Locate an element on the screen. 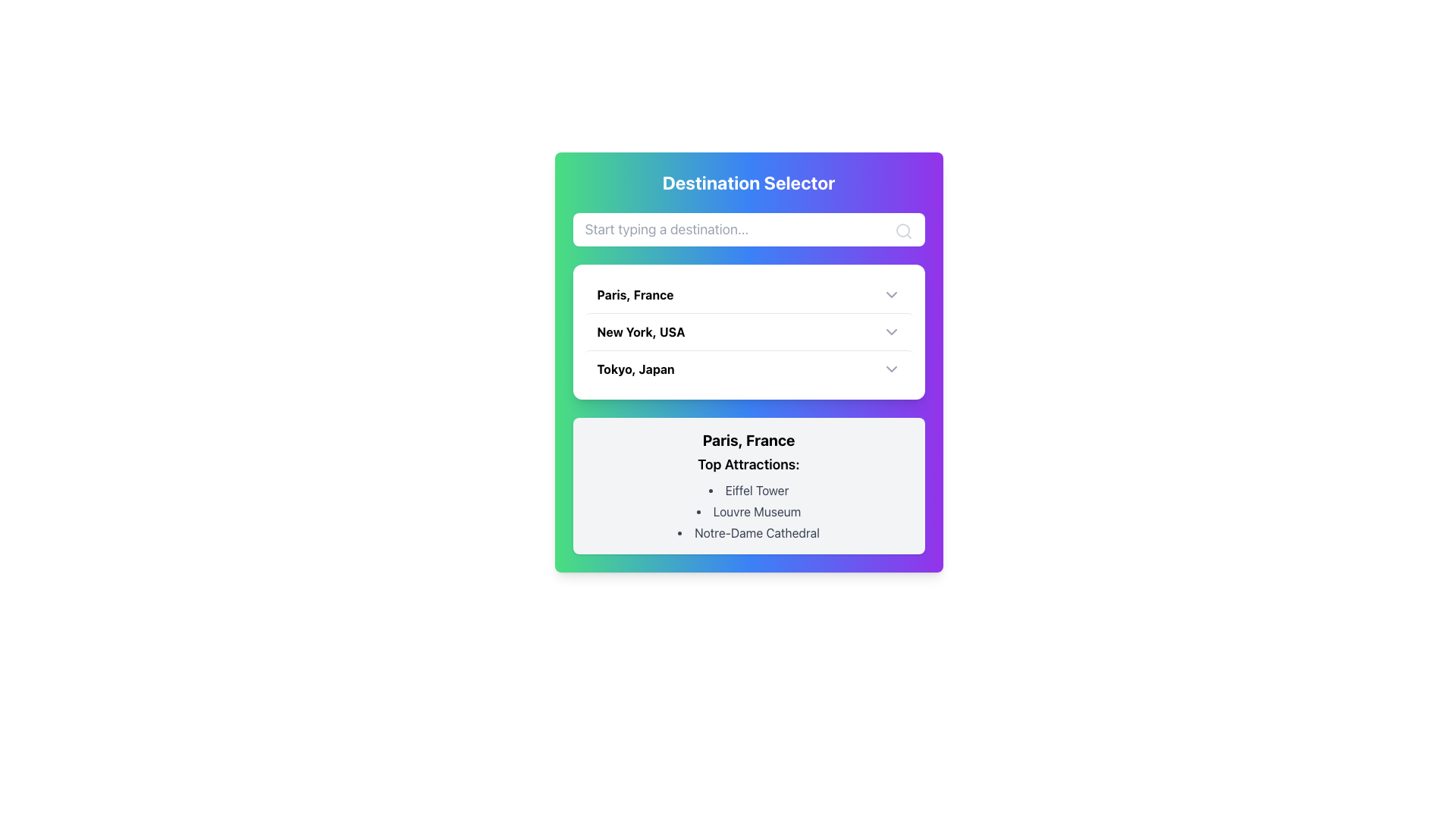 The width and height of the screenshot is (1456, 819). the second selectable list item labeled 'New York, USA' in the 'Destination Selector' dropdown menu is located at coordinates (748, 331).